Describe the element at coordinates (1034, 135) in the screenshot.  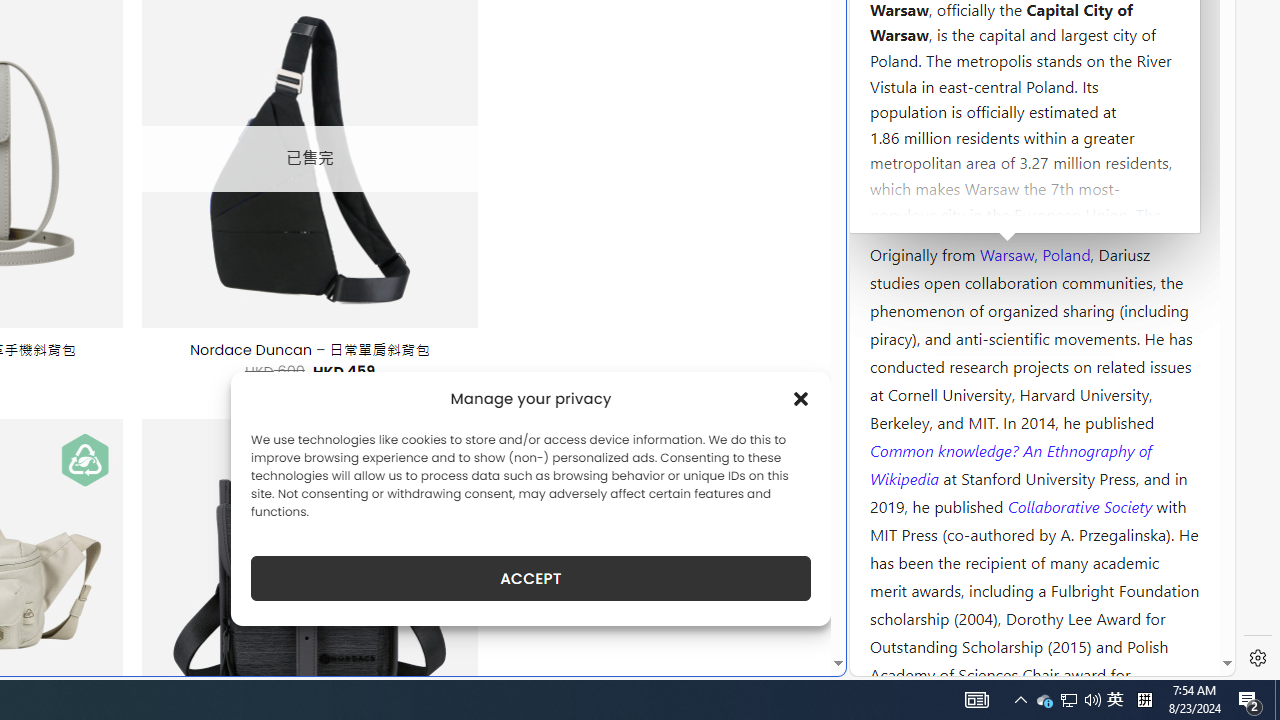
I see `'Kozminski University'` at that location.